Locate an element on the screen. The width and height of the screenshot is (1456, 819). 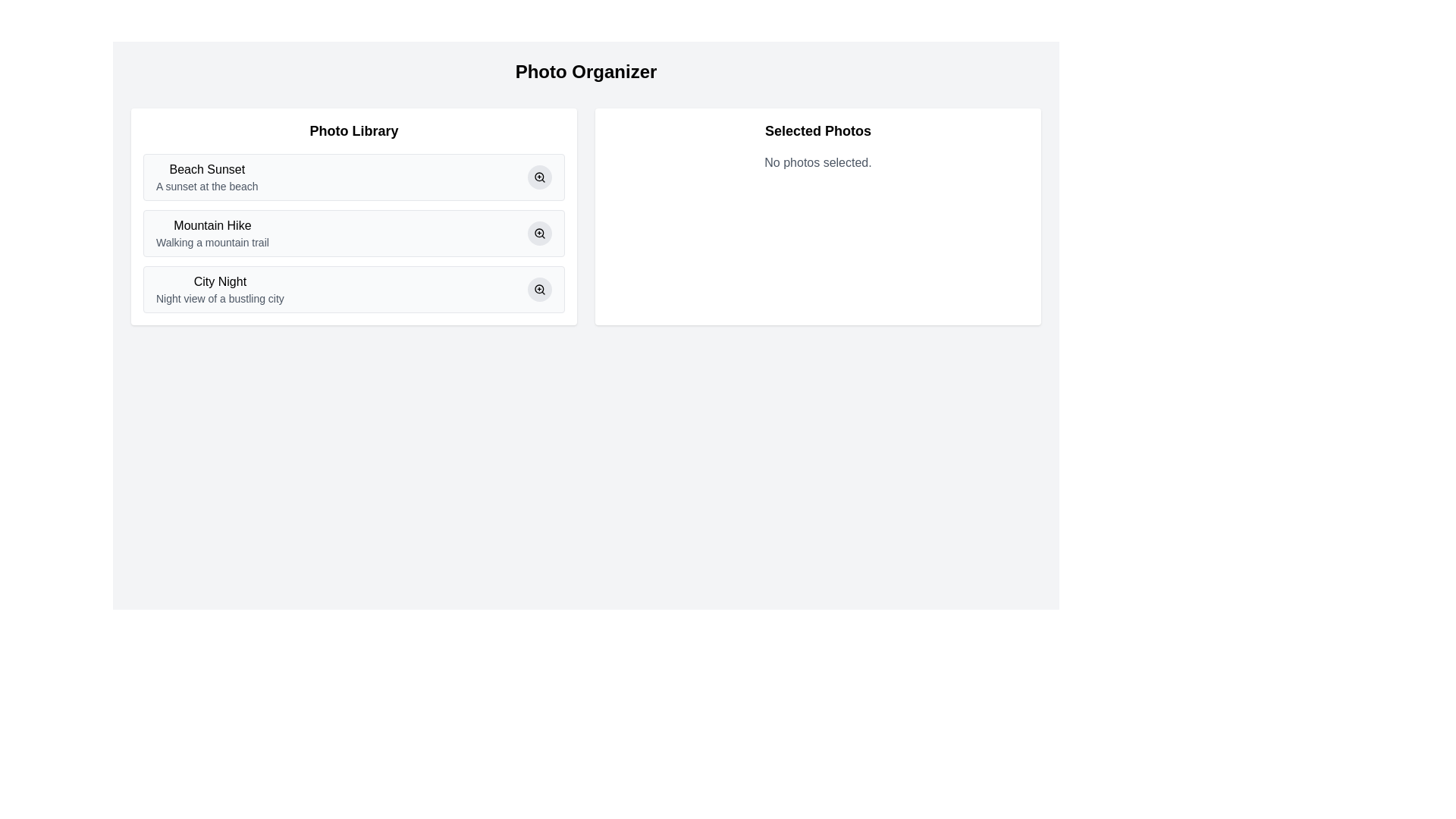
the descriptive text label for the 'Mountain Hike' item in the Photo Library list, which provides additional context about the item is located at coordinates (212, 242).